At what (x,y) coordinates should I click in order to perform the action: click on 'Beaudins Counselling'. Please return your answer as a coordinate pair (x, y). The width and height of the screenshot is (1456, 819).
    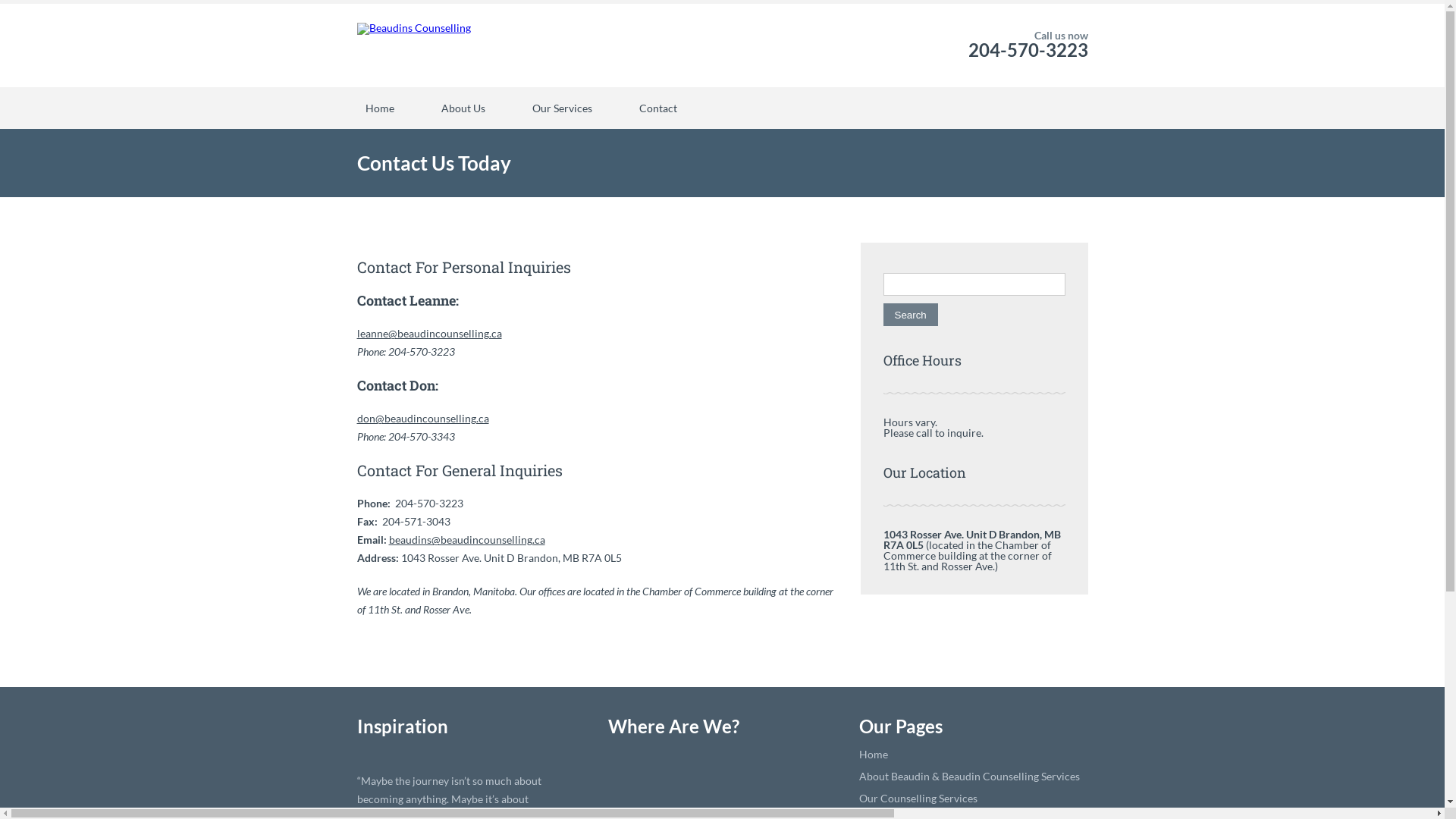
    Looking at the image, I should click on (413, 45).